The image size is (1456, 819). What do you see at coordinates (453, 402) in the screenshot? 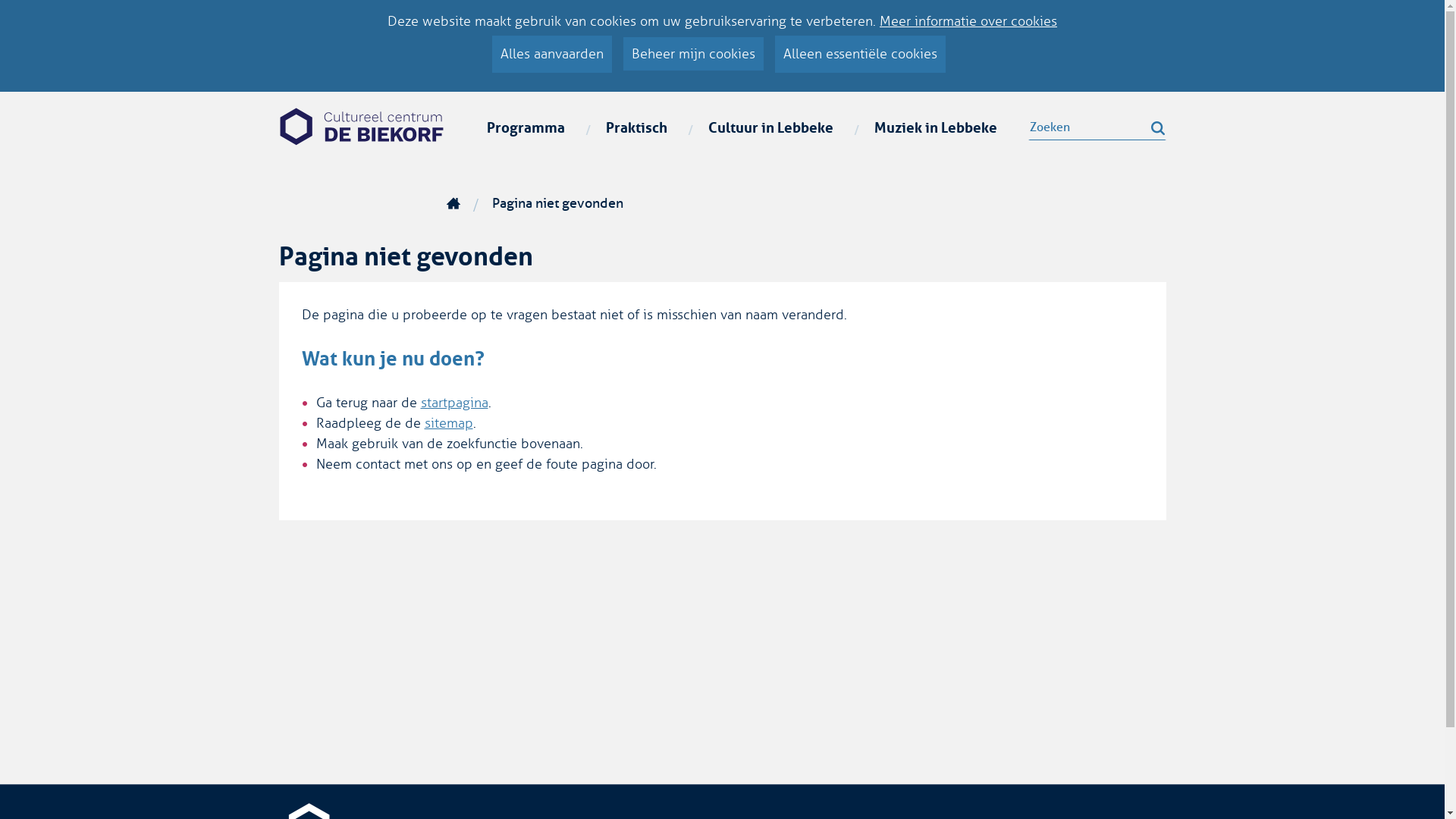
I see `'startpagina'` at bounding box center [453, 402].